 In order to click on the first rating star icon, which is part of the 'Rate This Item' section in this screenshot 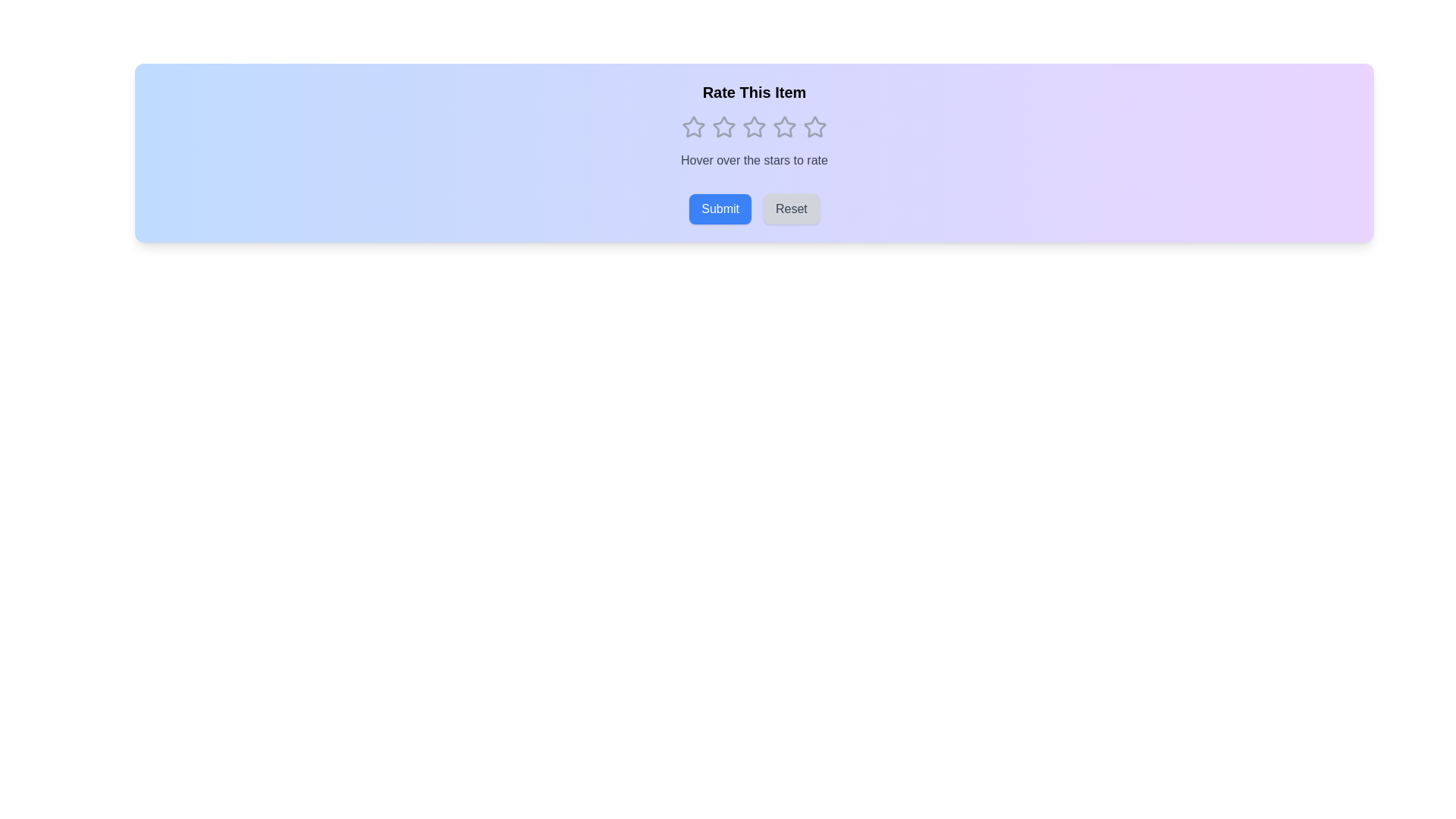, I will do `click(723, 126)`.